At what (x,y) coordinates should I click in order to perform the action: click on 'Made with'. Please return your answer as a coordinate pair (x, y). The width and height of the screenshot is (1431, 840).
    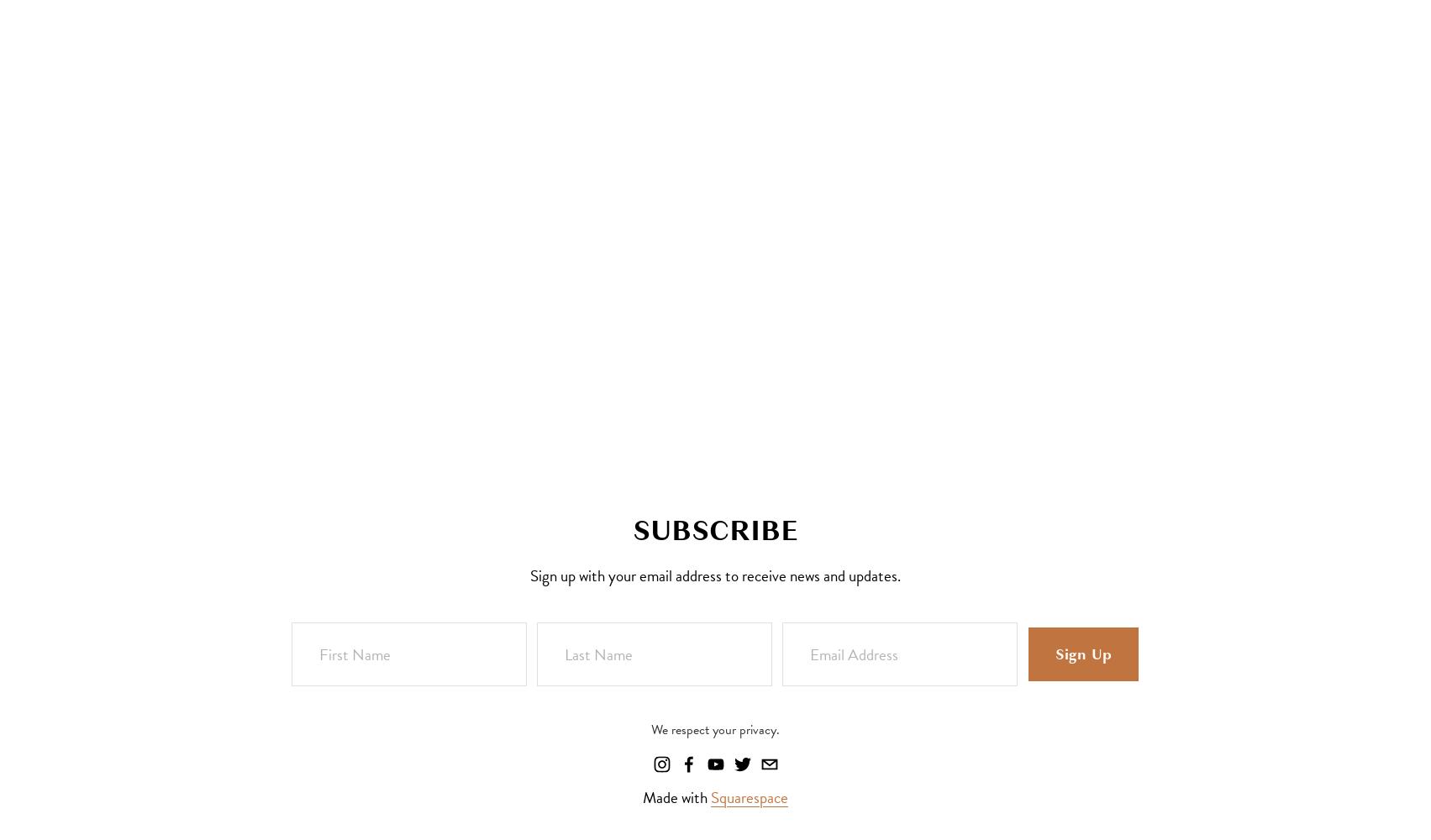
    Looking at the image, I should click on (676, 796).